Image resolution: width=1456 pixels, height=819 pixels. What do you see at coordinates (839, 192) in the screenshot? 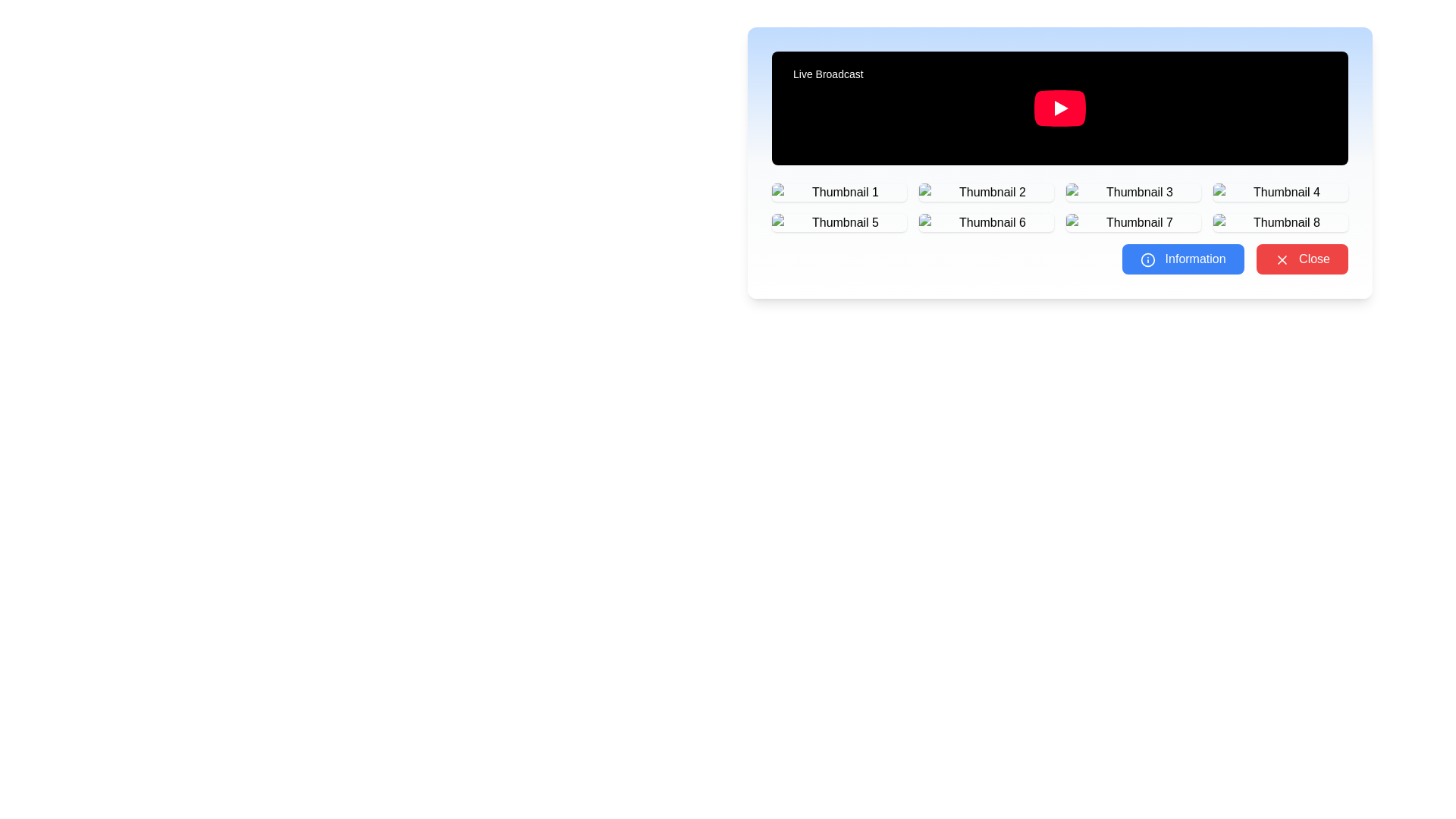
I see `the 'Thumbnail 1' button, which is the first item in the grid under 'Live Broadcast'` at bounding box center [839, 192].